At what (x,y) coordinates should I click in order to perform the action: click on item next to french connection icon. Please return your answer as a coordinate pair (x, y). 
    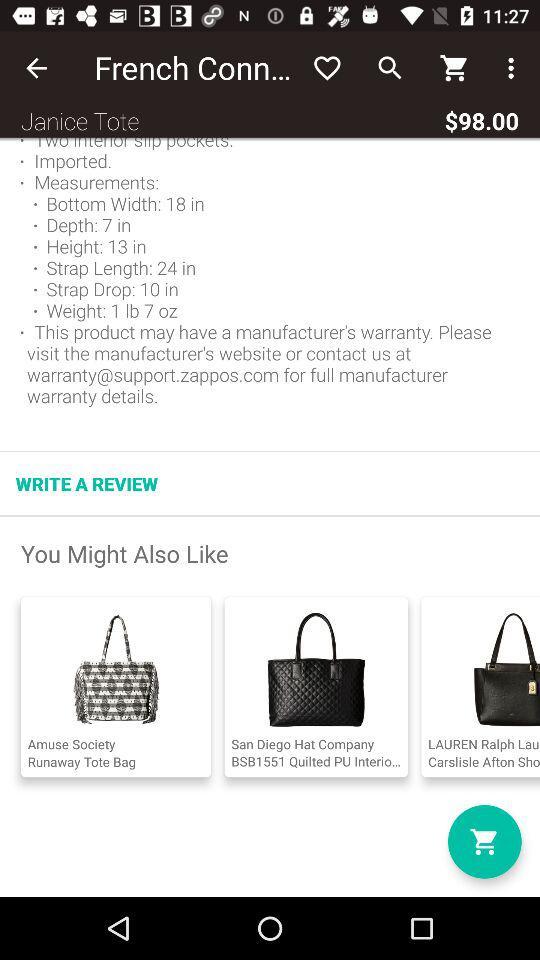
    Looking at the image, I should click on (327, 68).